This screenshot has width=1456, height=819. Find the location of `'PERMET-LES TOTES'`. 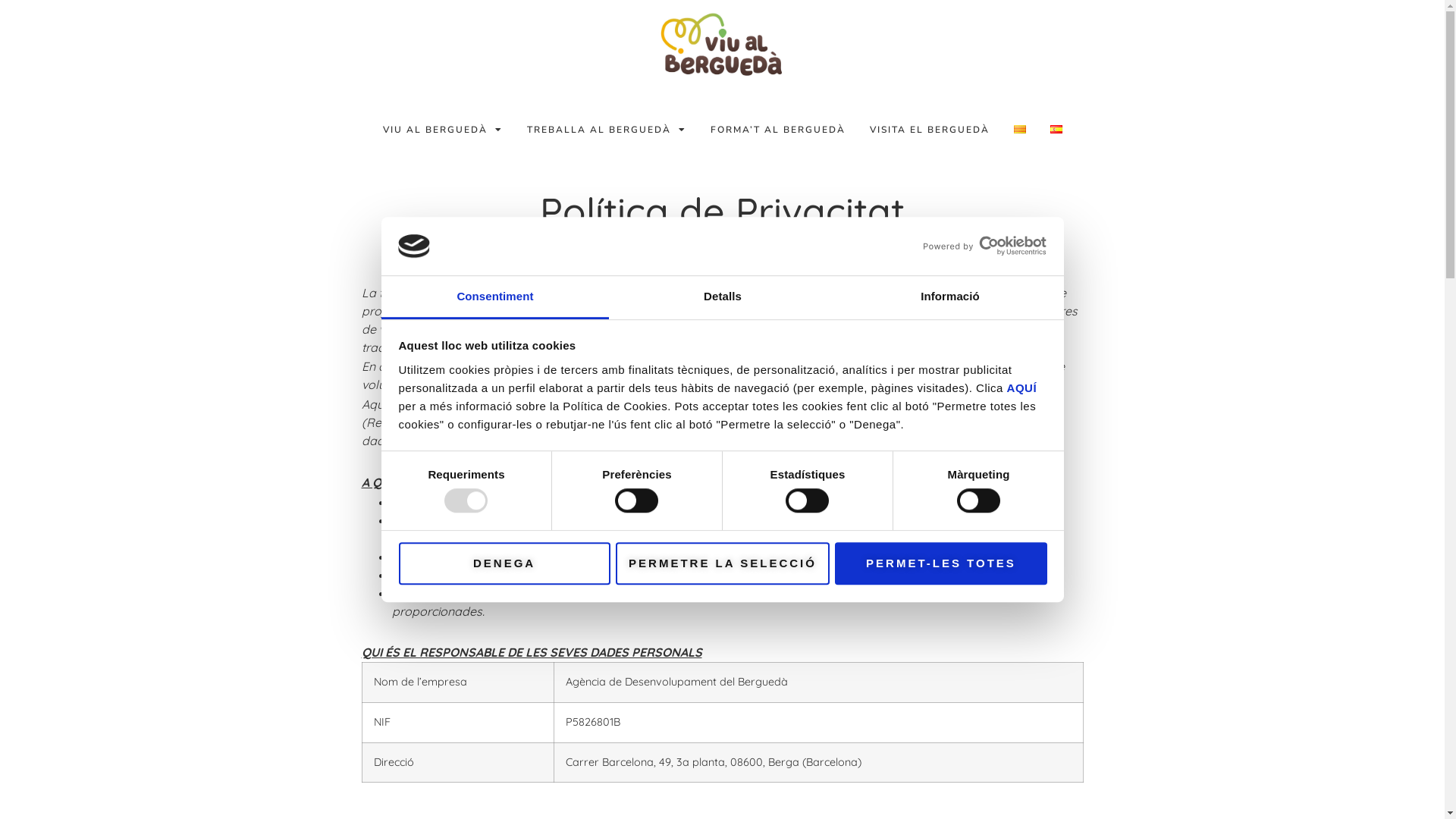

'PERMET-LES TOTES' is located at coordinates (940, 563).